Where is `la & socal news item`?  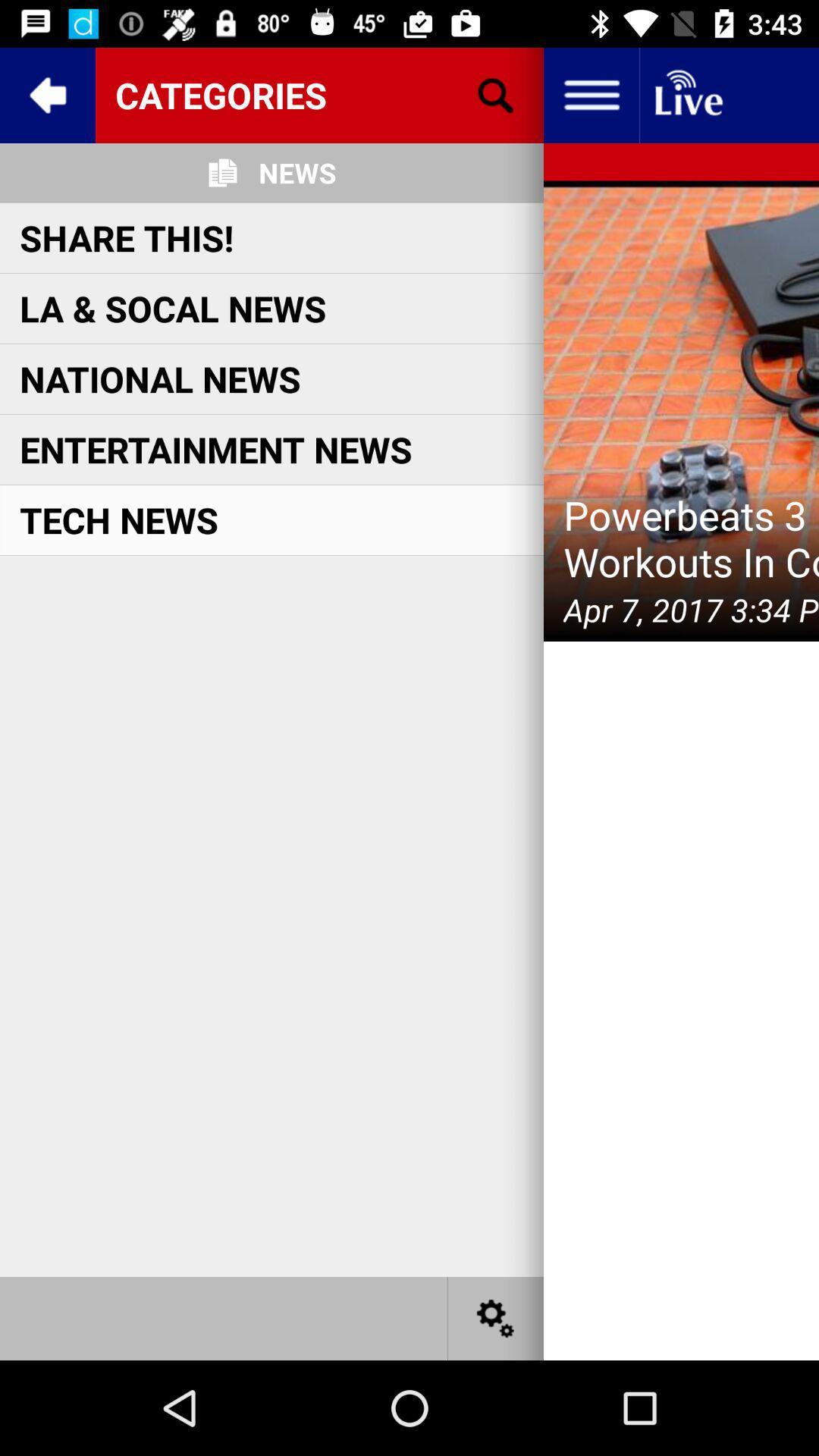 la & socal news item is located at coordinates (172, 307).